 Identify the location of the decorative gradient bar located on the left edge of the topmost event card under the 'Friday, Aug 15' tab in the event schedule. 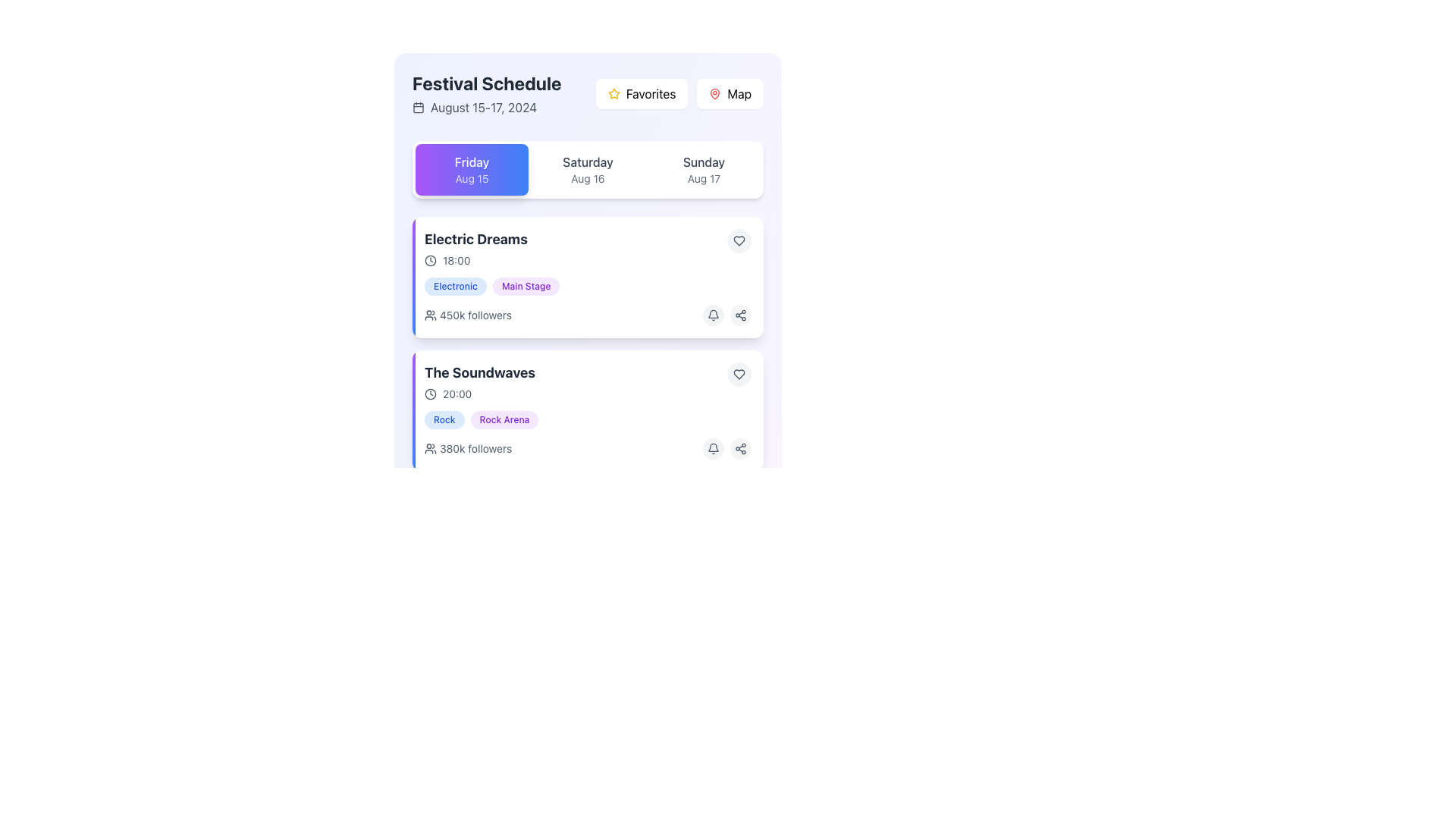
(414, 278).